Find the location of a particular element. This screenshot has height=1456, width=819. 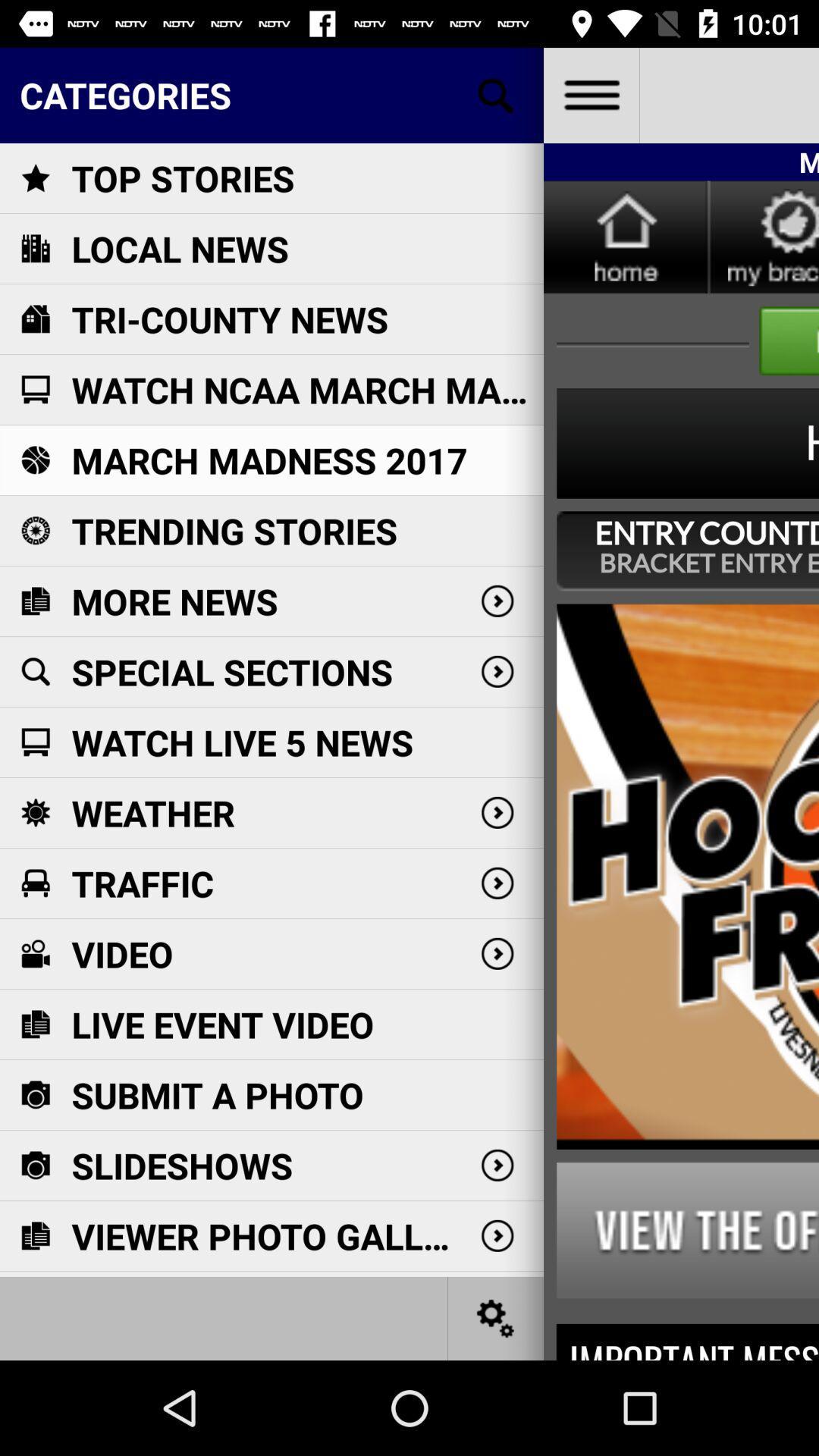

the settings icon is located at coordinates (496, 1317).